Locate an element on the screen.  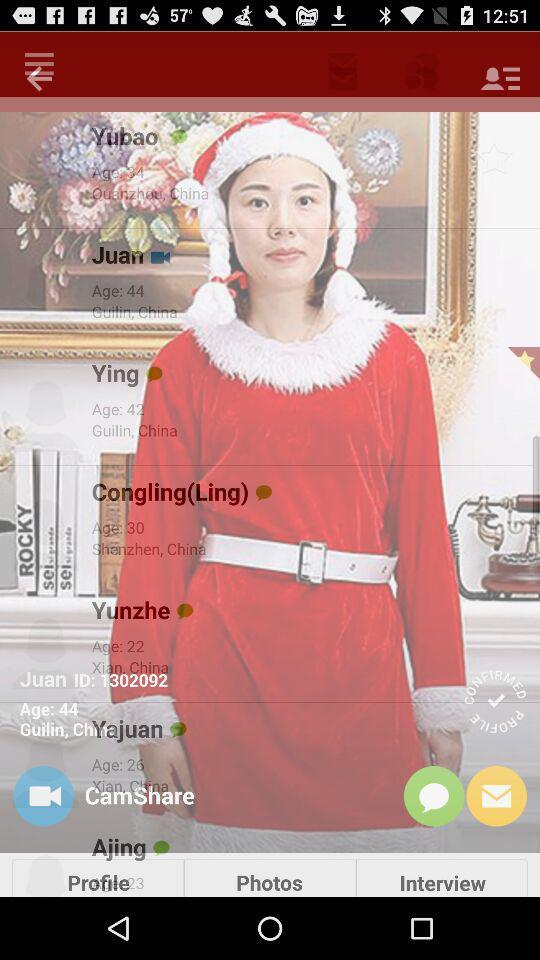
the icon right to conglingling is located at coordinates (264, 491).